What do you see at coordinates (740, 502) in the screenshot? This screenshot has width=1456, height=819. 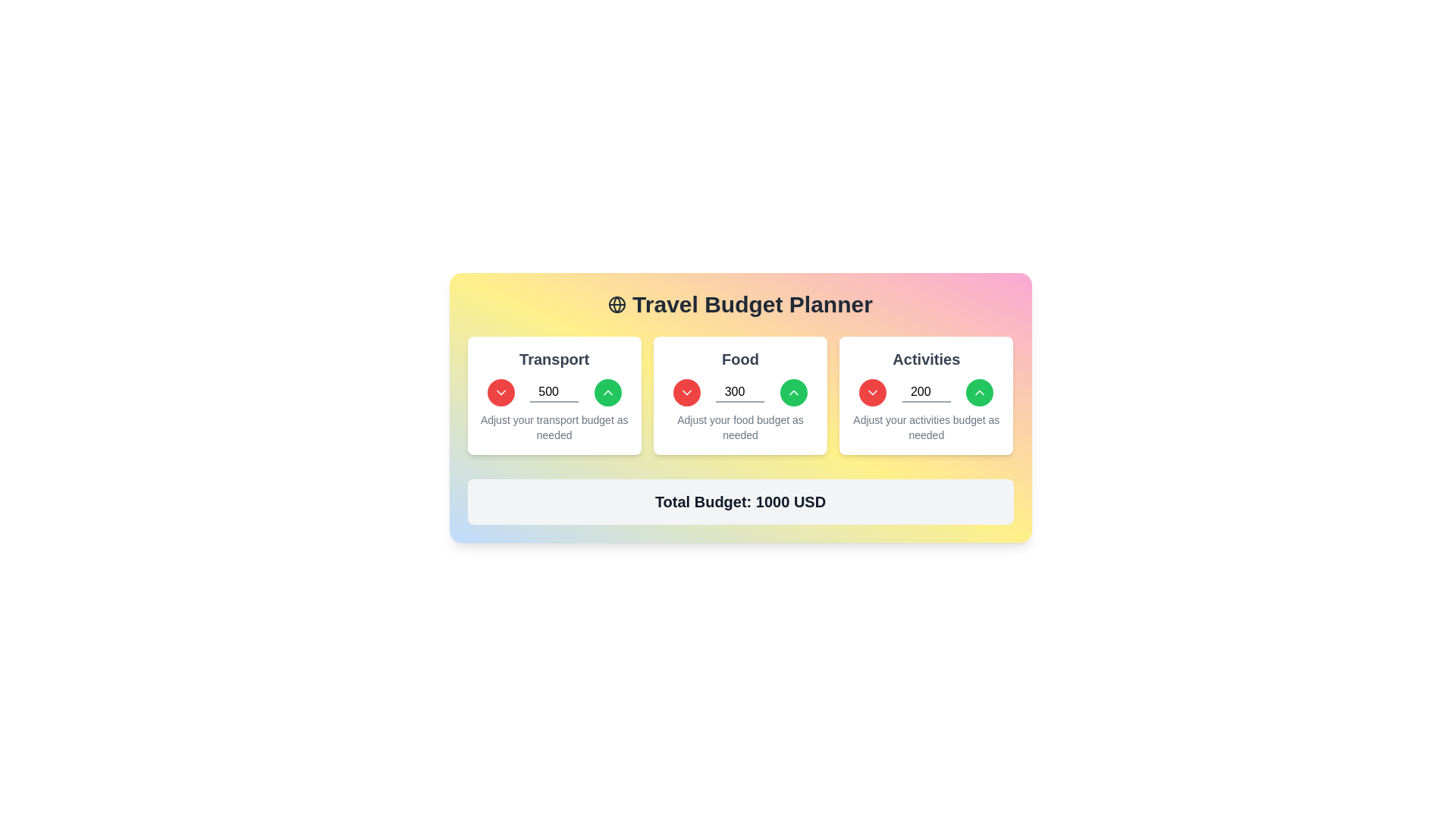 I see `text content from the bolded label displaying 'Total Budget: 1000 USD', which is located in a light gray rounded rectangle at the bottom area of the interface` at bounding box center [740, 502].